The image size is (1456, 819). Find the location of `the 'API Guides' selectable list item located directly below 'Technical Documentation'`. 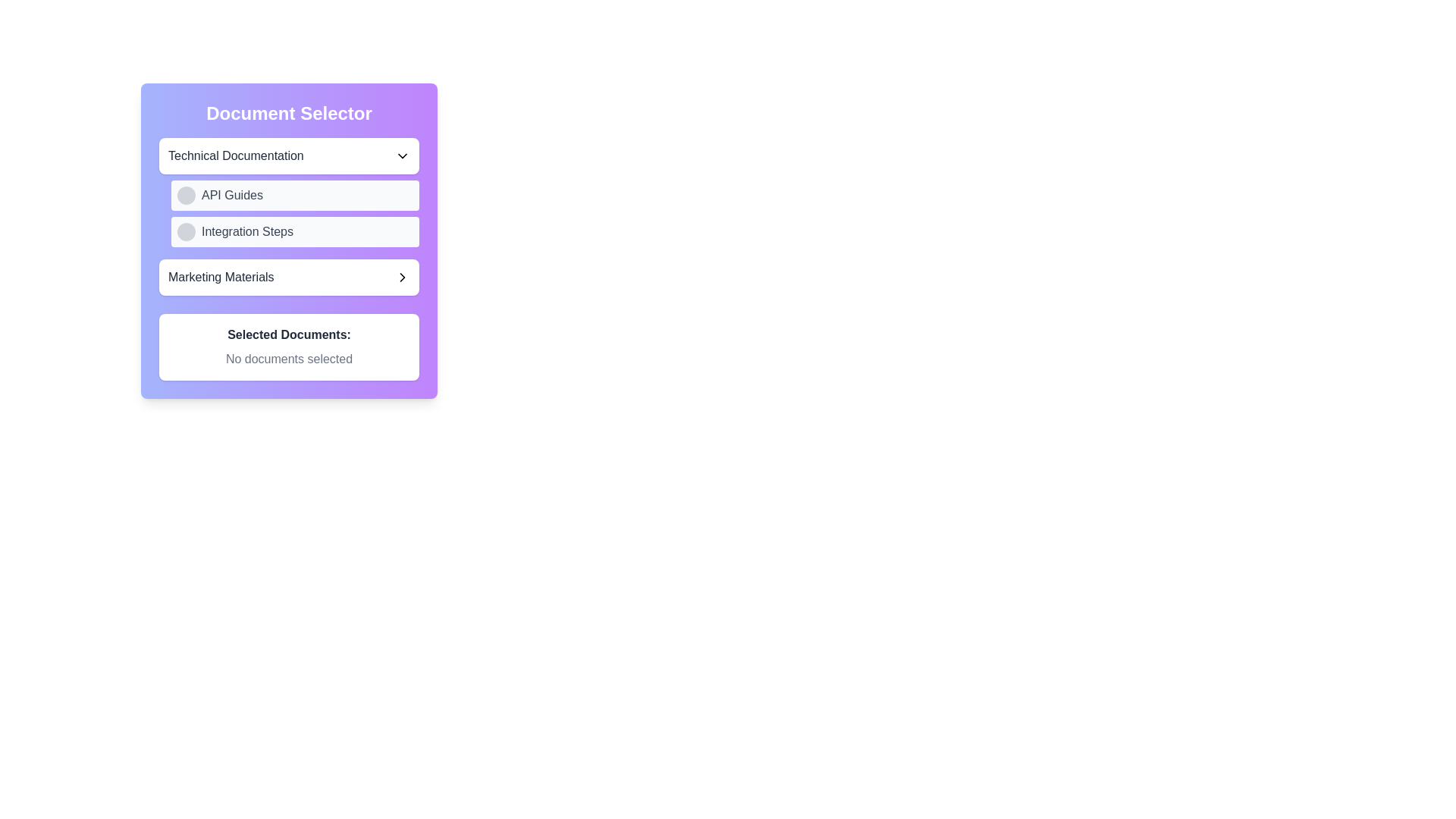

the 'API Guides' selectable list item located directly below 'Technical Documentation' is located at coordinates (289, 192).